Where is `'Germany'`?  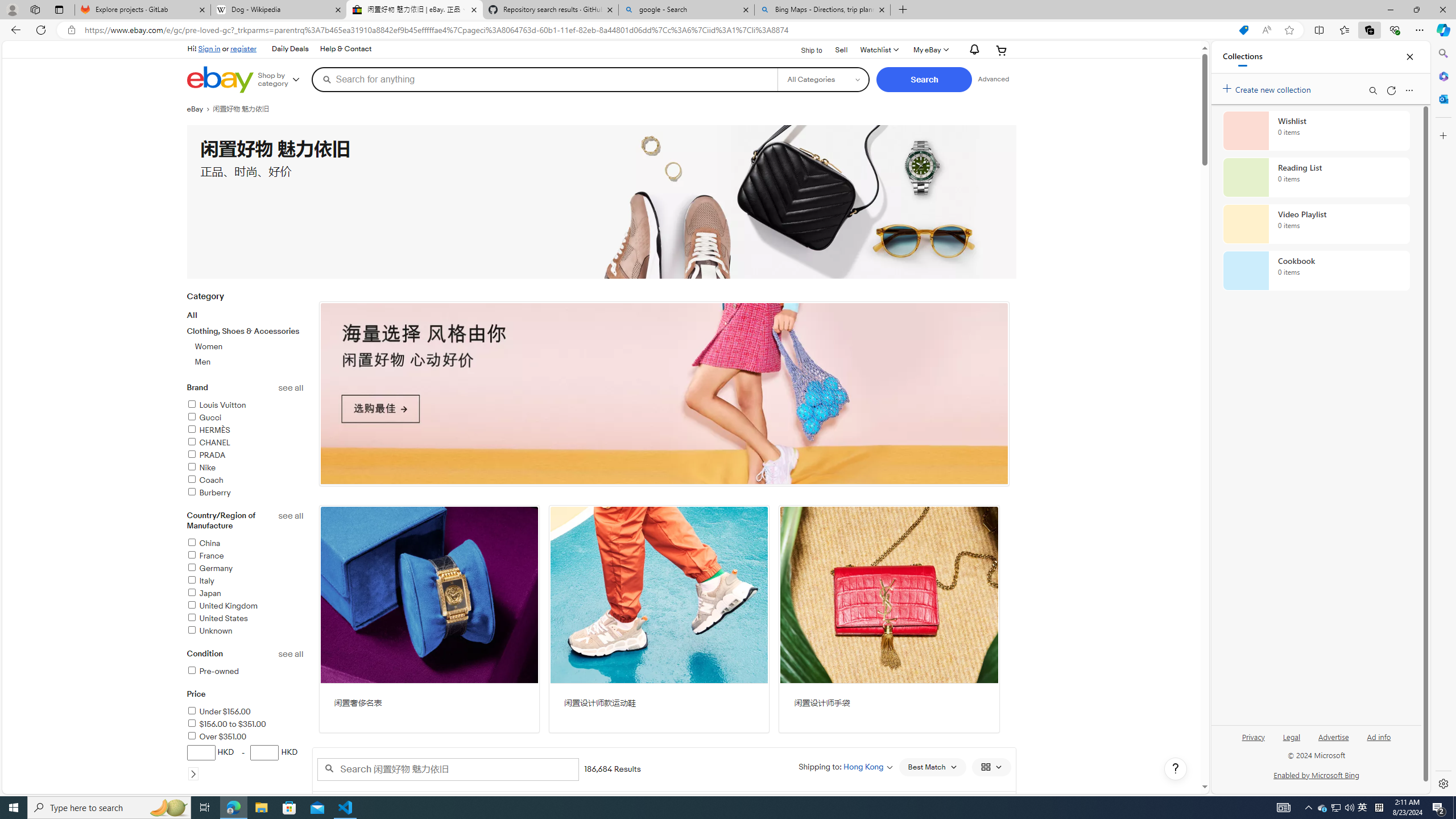
'Germany' is located at coordinates (245, 568).